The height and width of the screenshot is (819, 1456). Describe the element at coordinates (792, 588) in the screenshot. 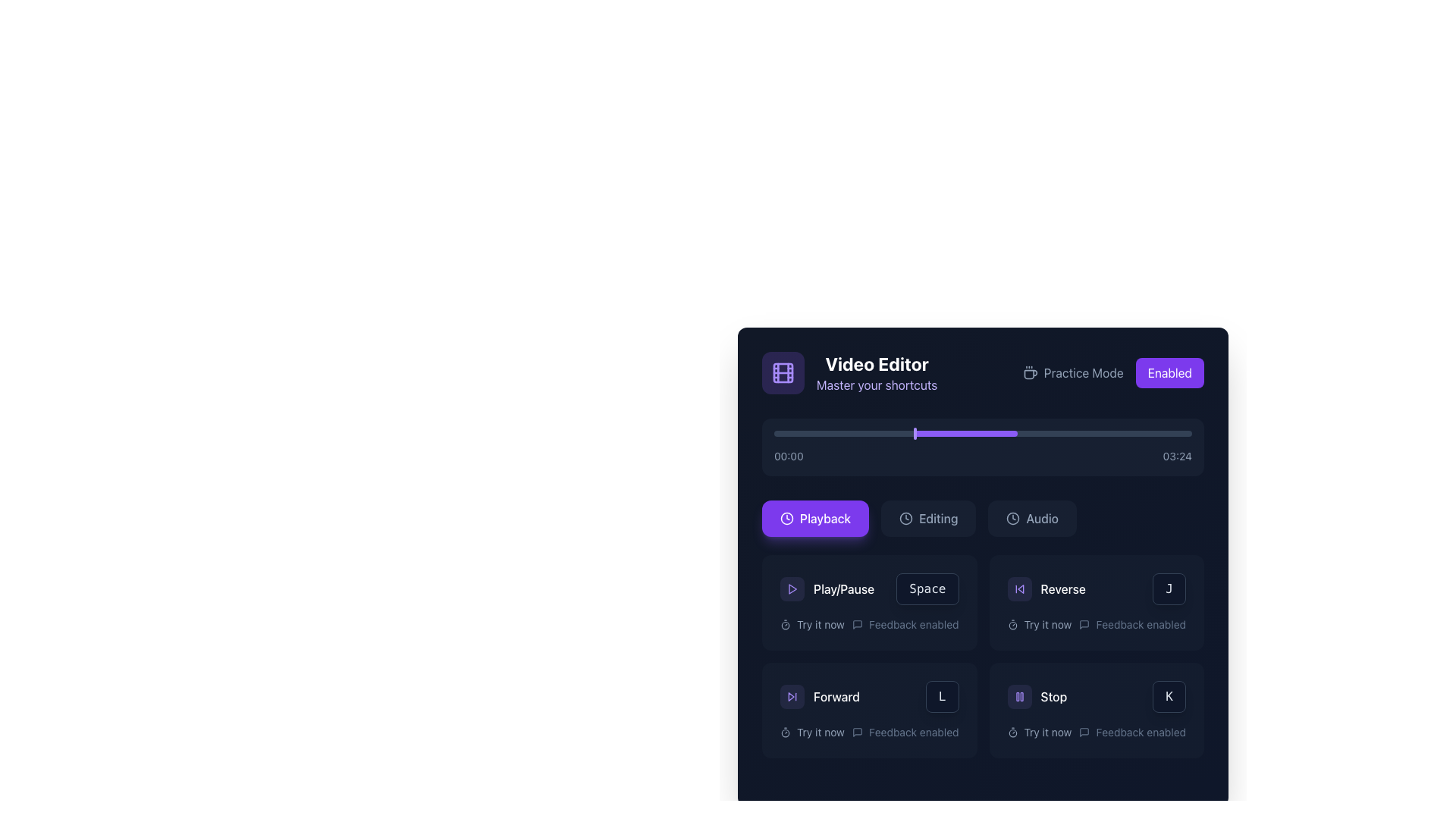

I see `the 'Play' icon located to the left of the 'Play/Pause' text in the 'Playback' section` at that location.